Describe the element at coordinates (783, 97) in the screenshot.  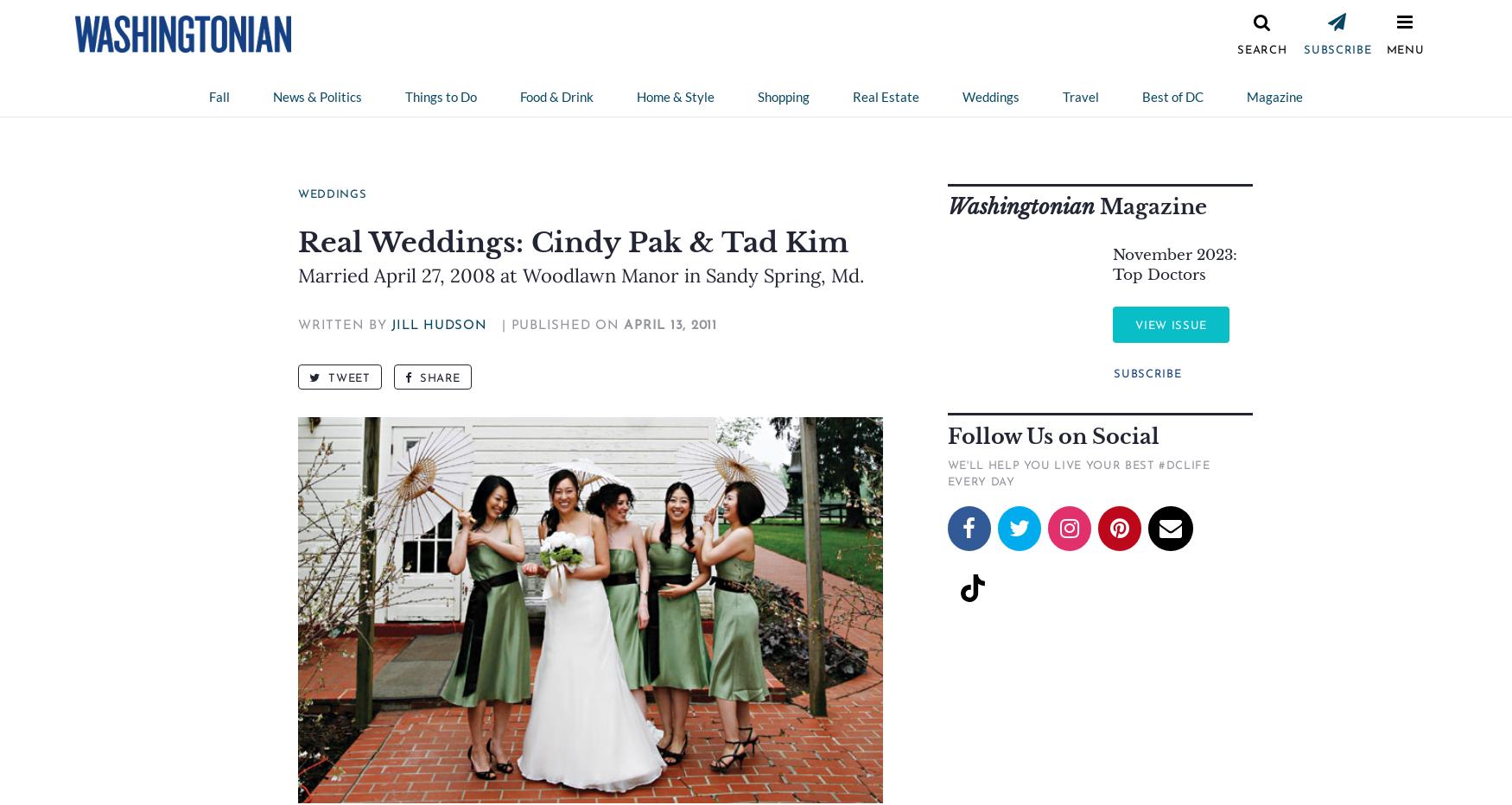
I see `'Shopping'` at that location.